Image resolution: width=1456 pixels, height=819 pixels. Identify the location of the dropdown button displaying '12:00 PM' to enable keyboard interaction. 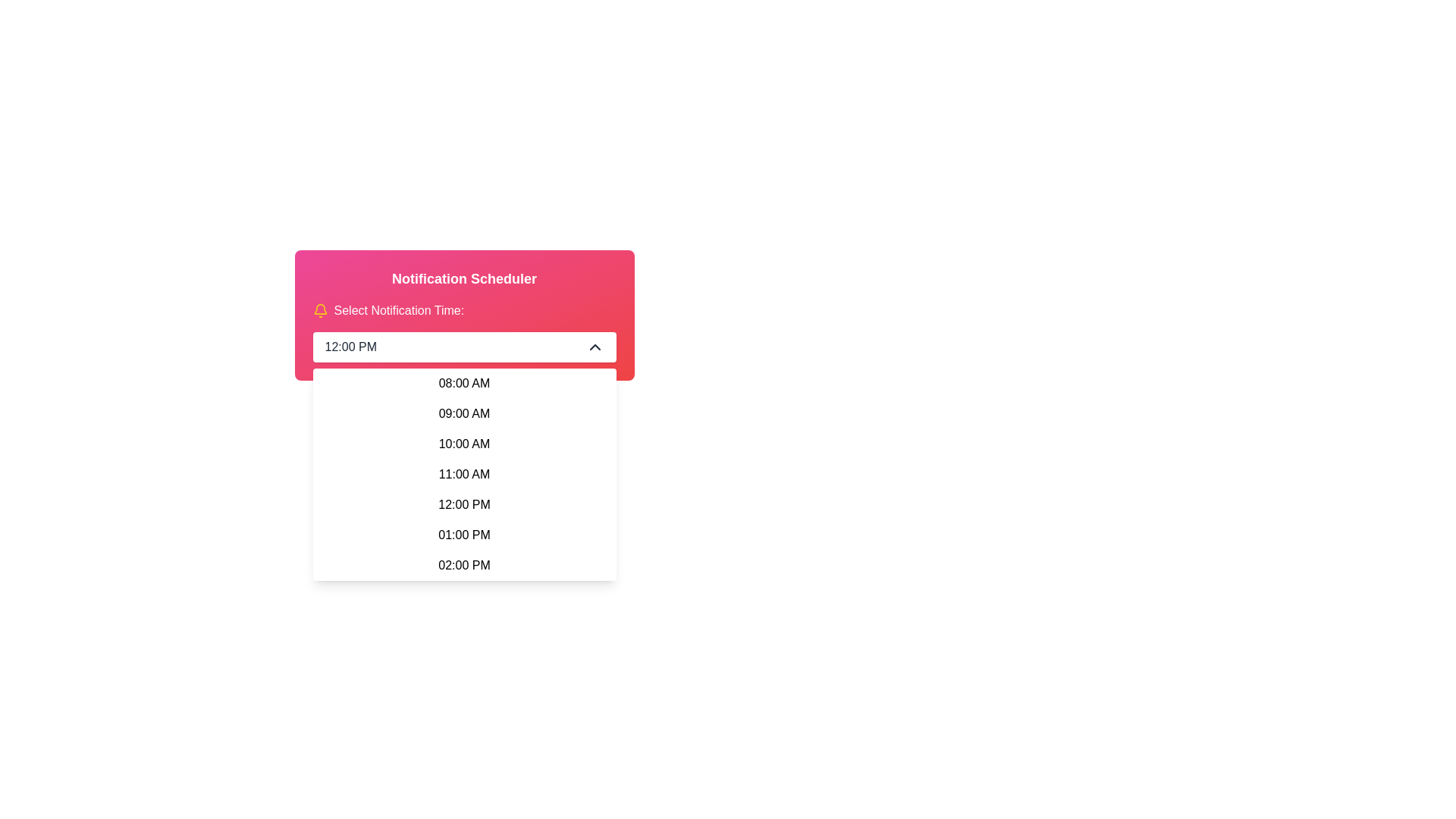
(463, 347).